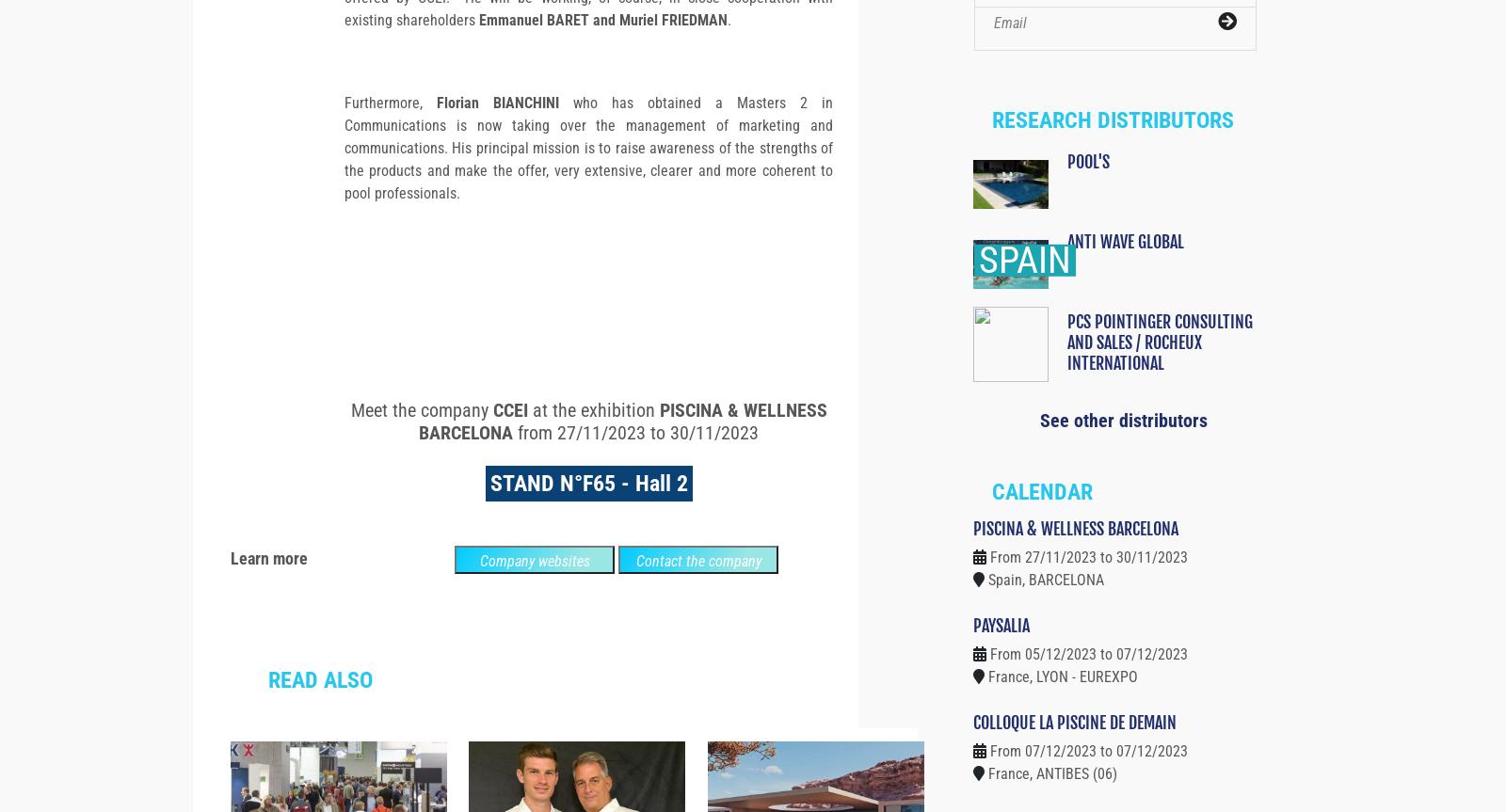 This screenshot has height=812, width=1506. Describe the element at coordinates (987, 612) in the screenshot. I see `'Spain, 
								 BARCELONA'` at that location.